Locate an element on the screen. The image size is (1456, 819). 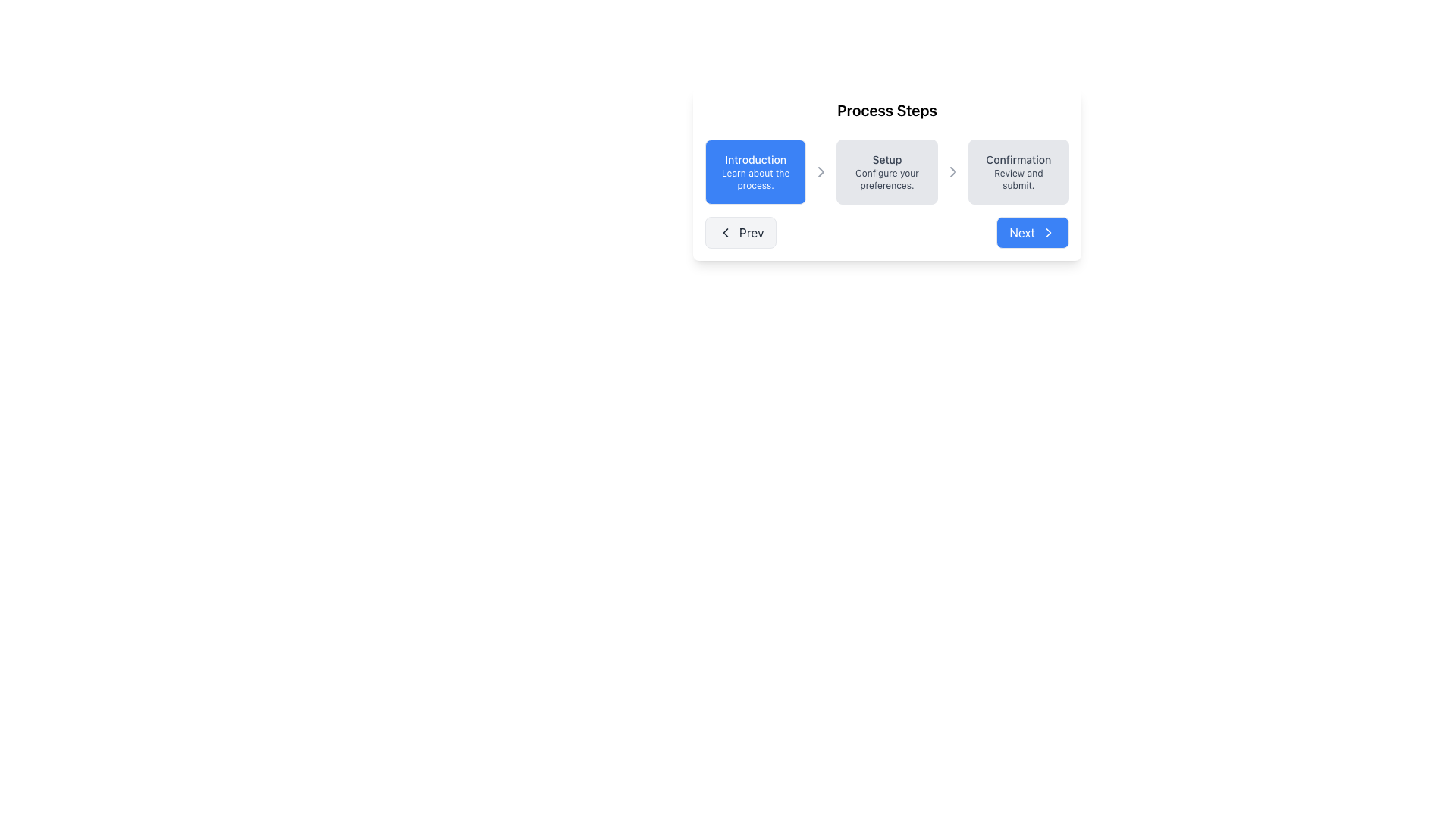
the 'Confirmation' step title in the horizontal process step indicator, which is positioned at the rightmost end and is the first line above 'Review and submit.' is located at coordinates (1018, 160).